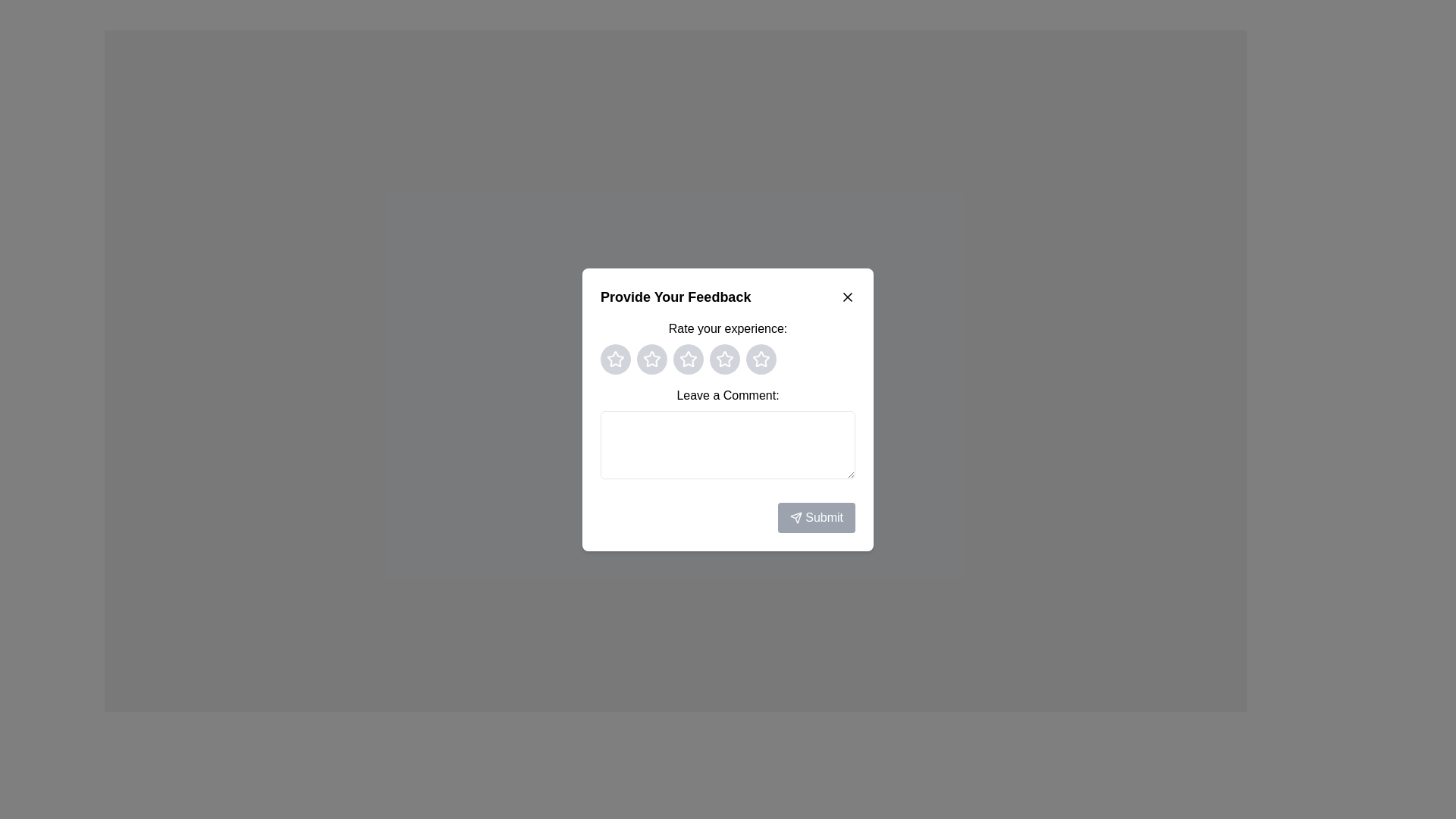 This screenshot has height=819, width=1456. What do you see at coordinates (847, 297) in the screenshot?
I see `the close button icon in the top-right corner of the feedback dialog` at bounding box center [847, 297].